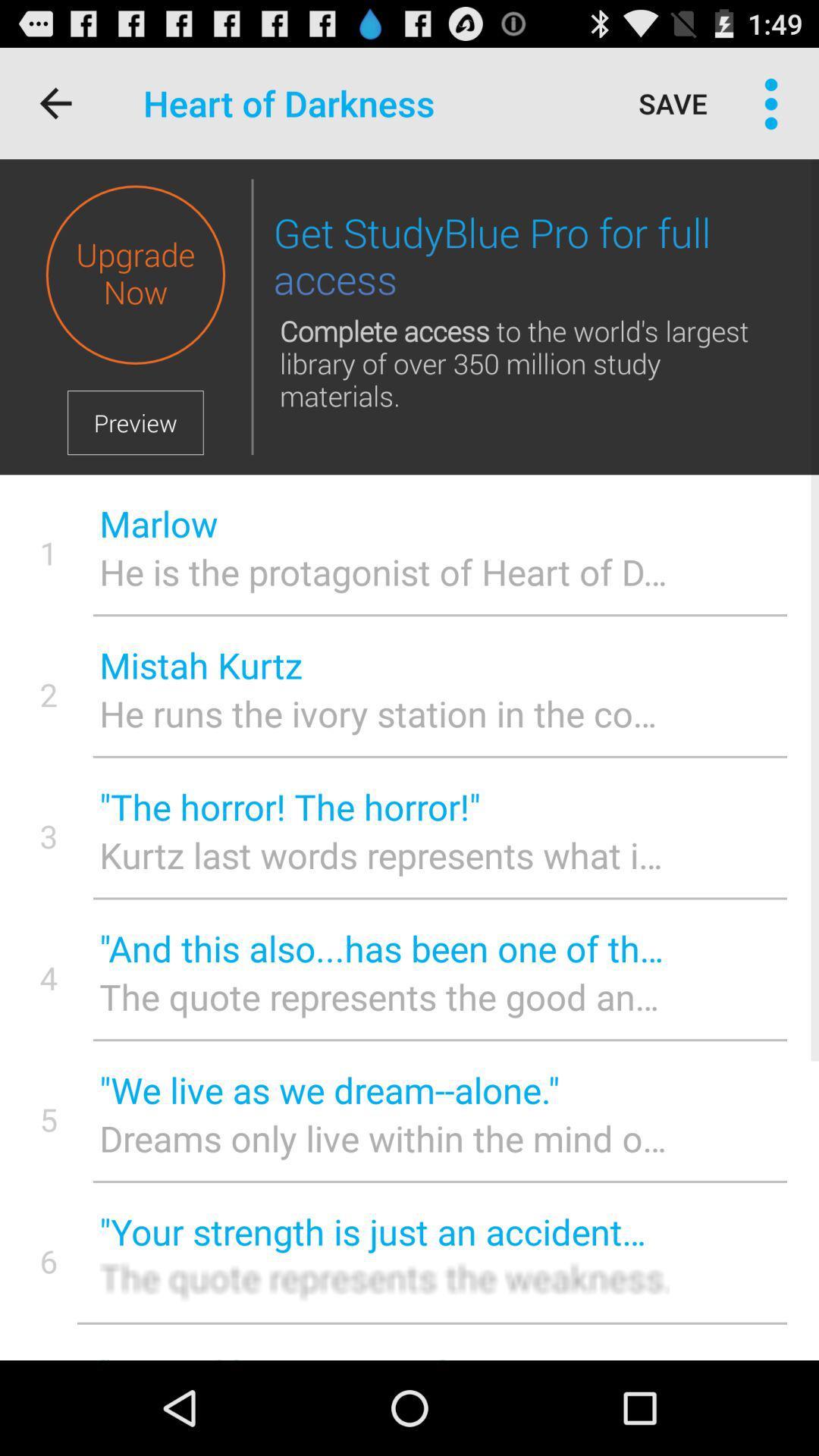 The image size is (819, 1456). Describe the element at coordinates (48, 835) in the screenshot. I see `the 3 item` at that location.